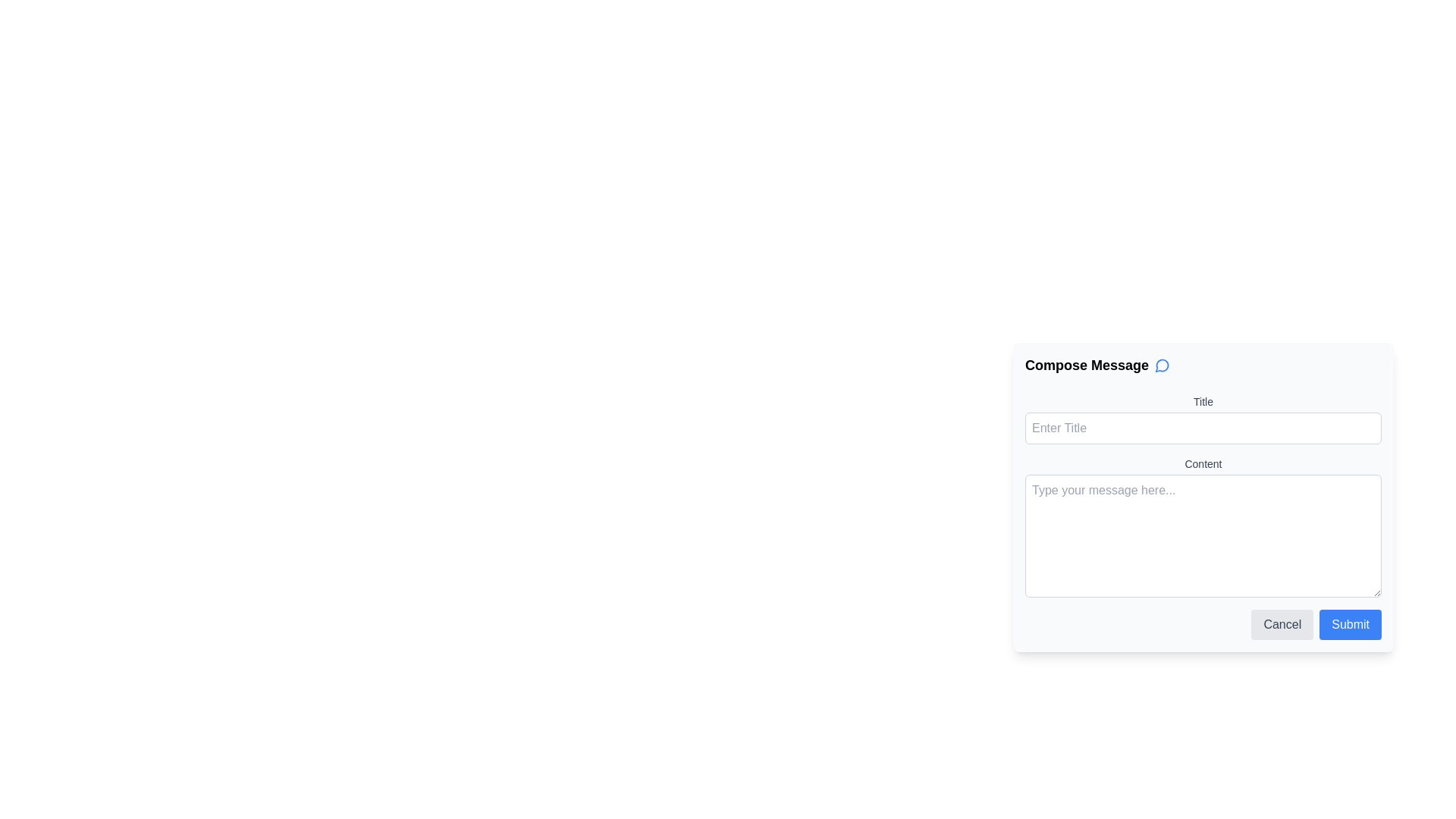 Image resolution: width=1456 pixels, height=819 pixels. Describe the element at coordinates (1162, 366) in the screenshot. I see `the messaging icon located to the right of the 'Compose Message' text in the header section` at that location.